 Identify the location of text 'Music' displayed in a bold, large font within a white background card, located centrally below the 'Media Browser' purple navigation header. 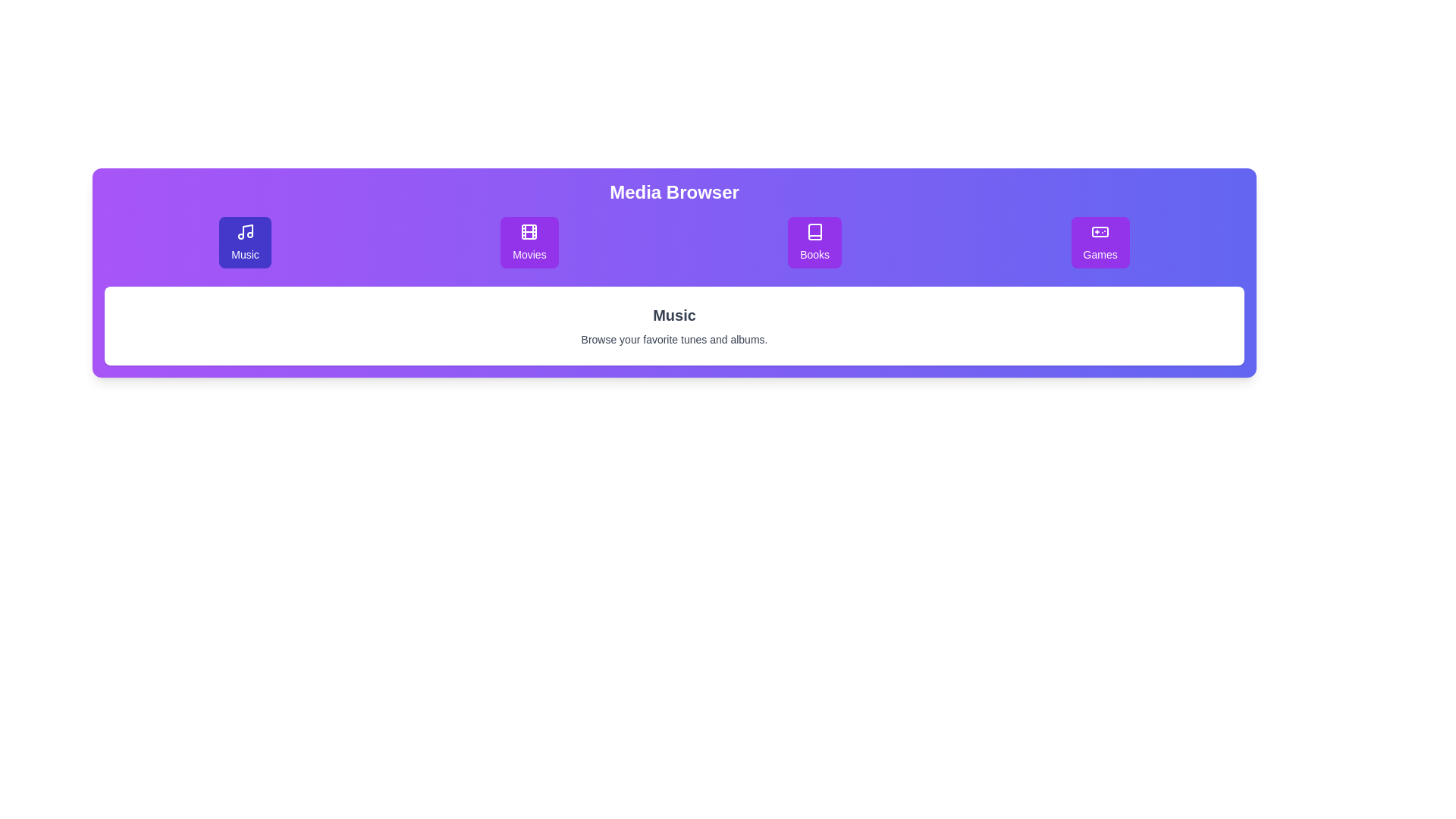
(673, 315).